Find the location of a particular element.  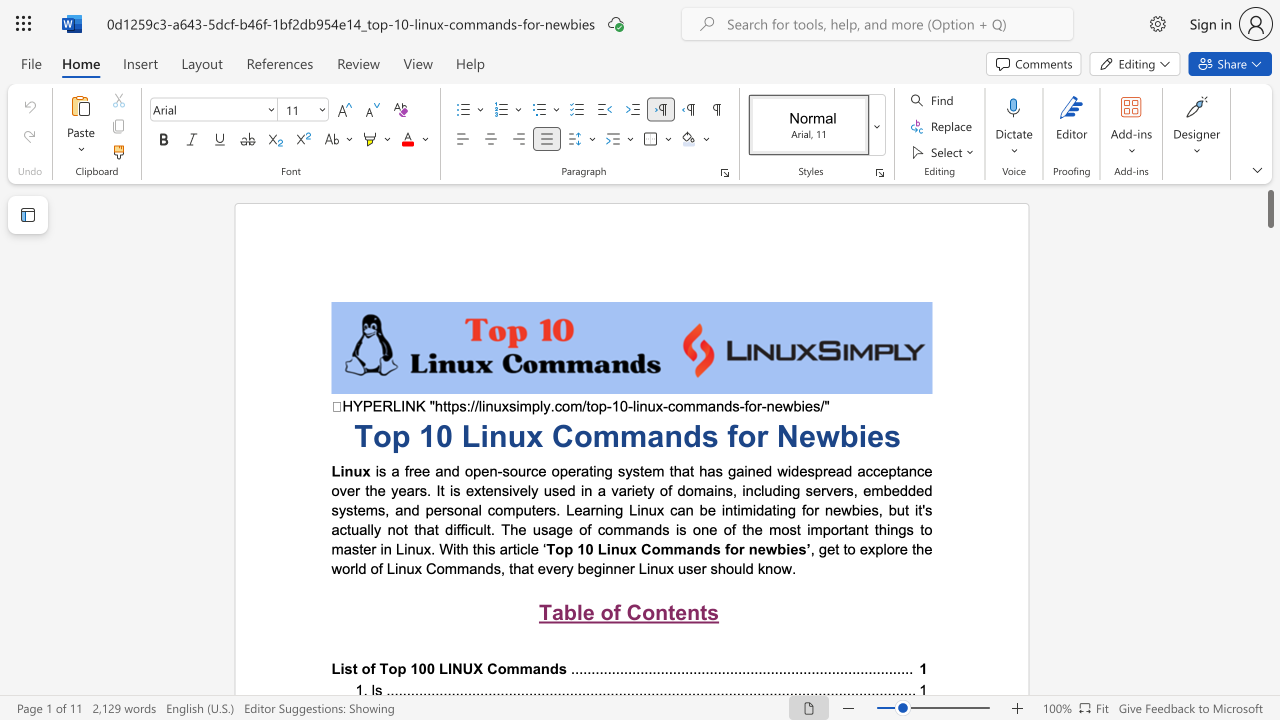

the subset text "and" within the text "List of Top 100 LINUX Commands" is located at coordinates (532, 668).